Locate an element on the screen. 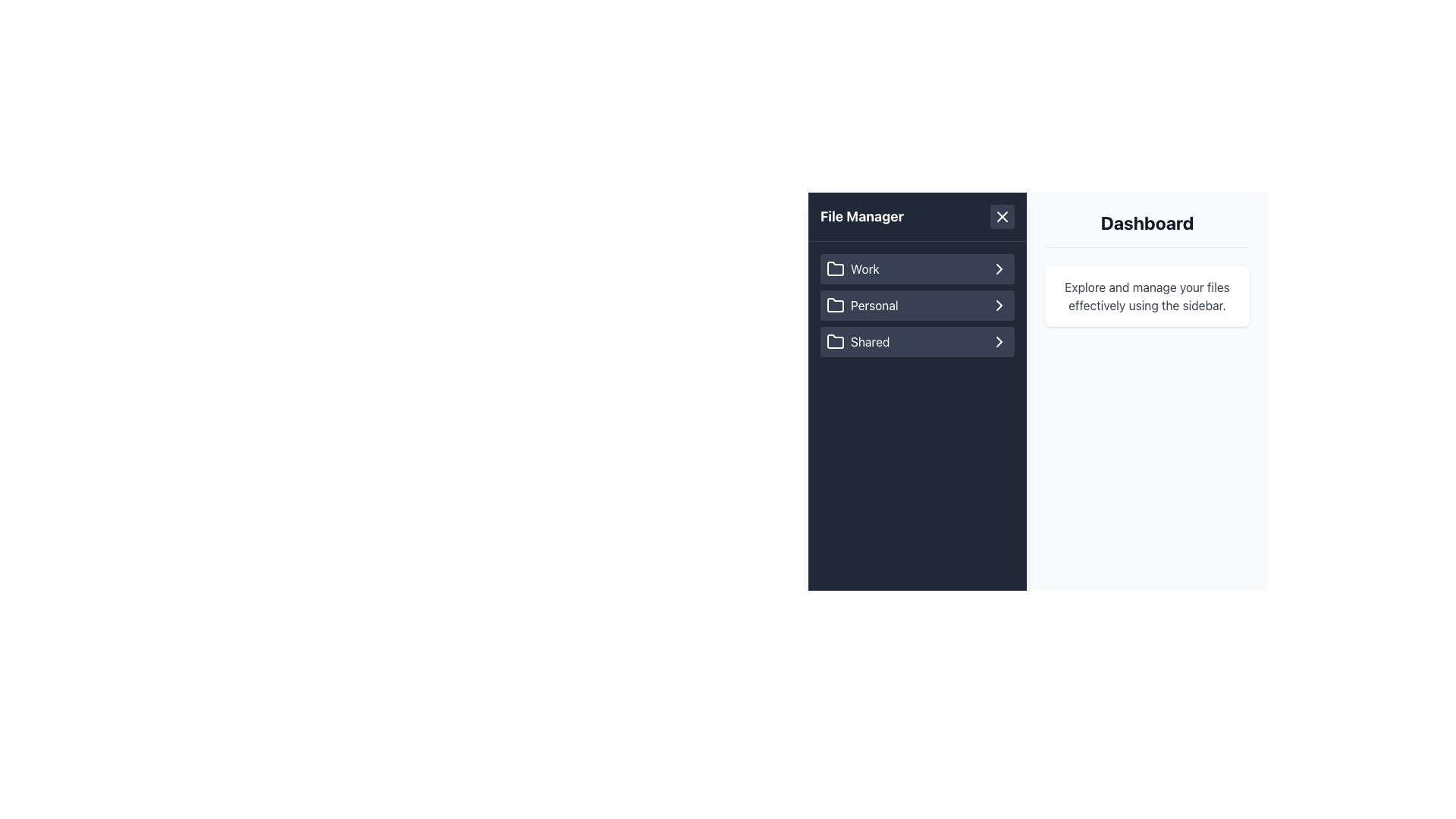  the chevron icon to the right of the 'Personal' folder label in the 'File Manager' sidebar is located at coordinates (999, 305).